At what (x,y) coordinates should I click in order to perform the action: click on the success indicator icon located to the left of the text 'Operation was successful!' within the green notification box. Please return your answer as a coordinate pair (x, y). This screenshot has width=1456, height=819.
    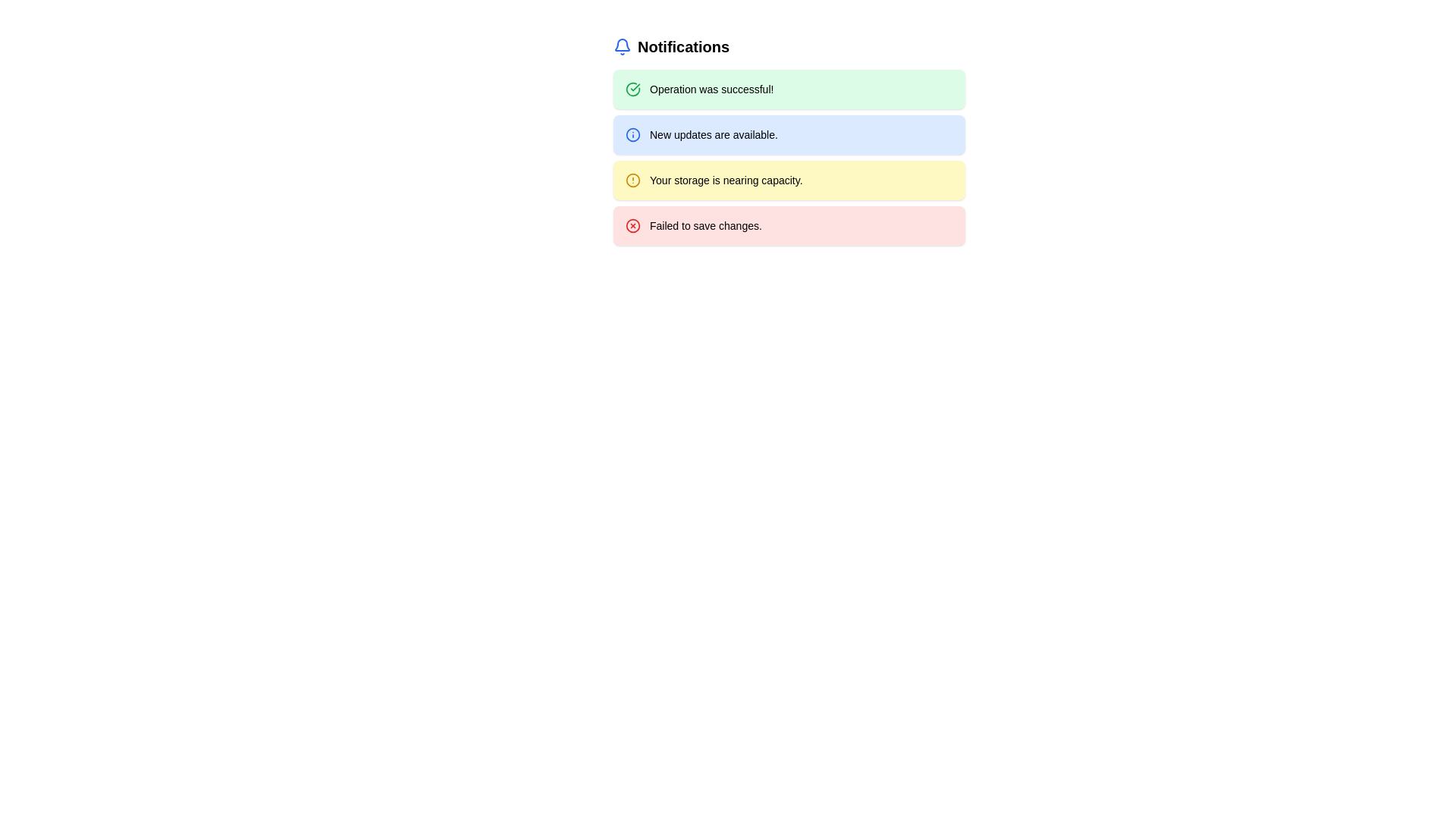
    Looking at the image, I should click on (633, 89).